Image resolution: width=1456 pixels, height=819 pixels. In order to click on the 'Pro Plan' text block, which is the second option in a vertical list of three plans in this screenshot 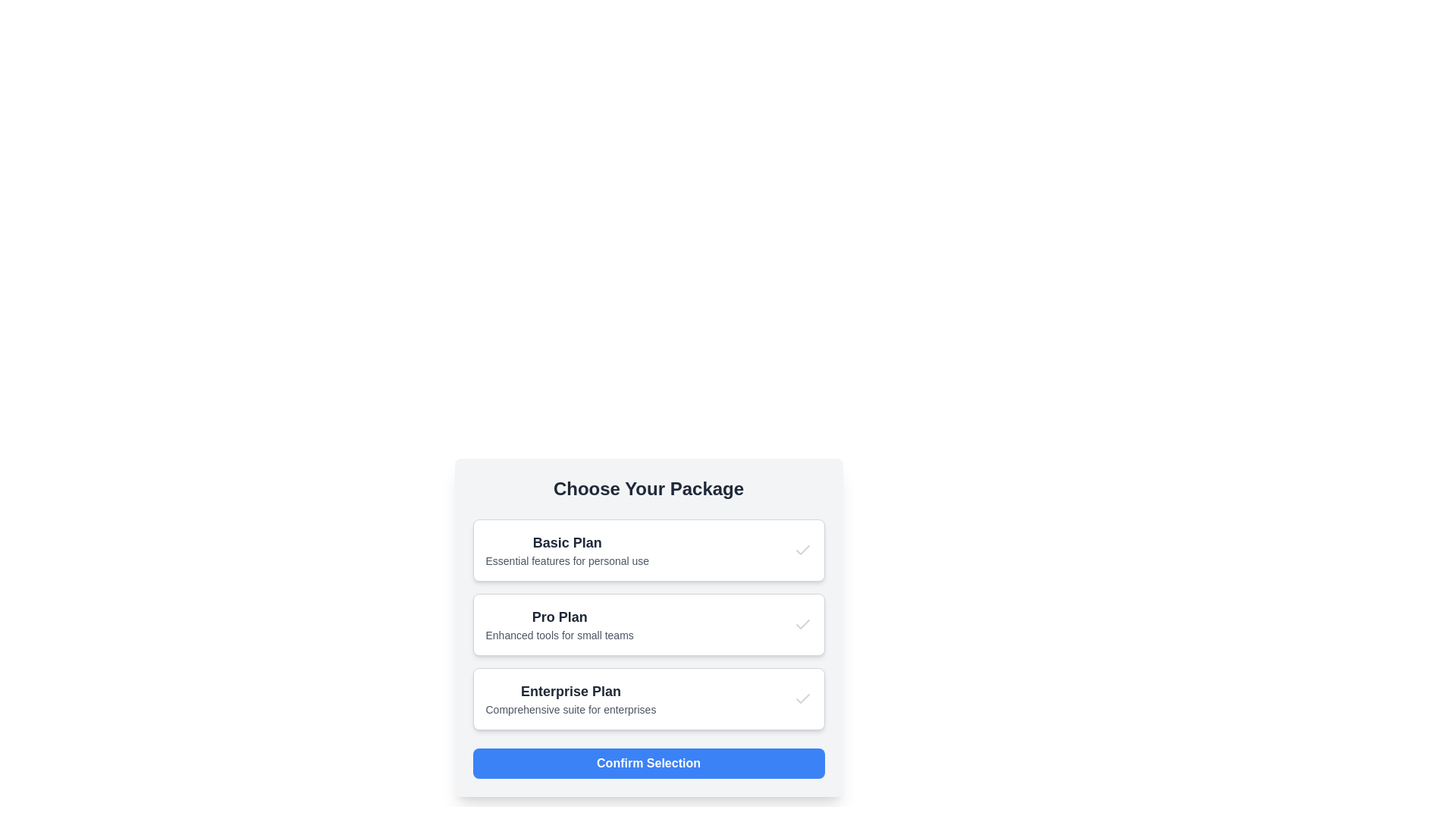, I will do `click(559, 625)`.